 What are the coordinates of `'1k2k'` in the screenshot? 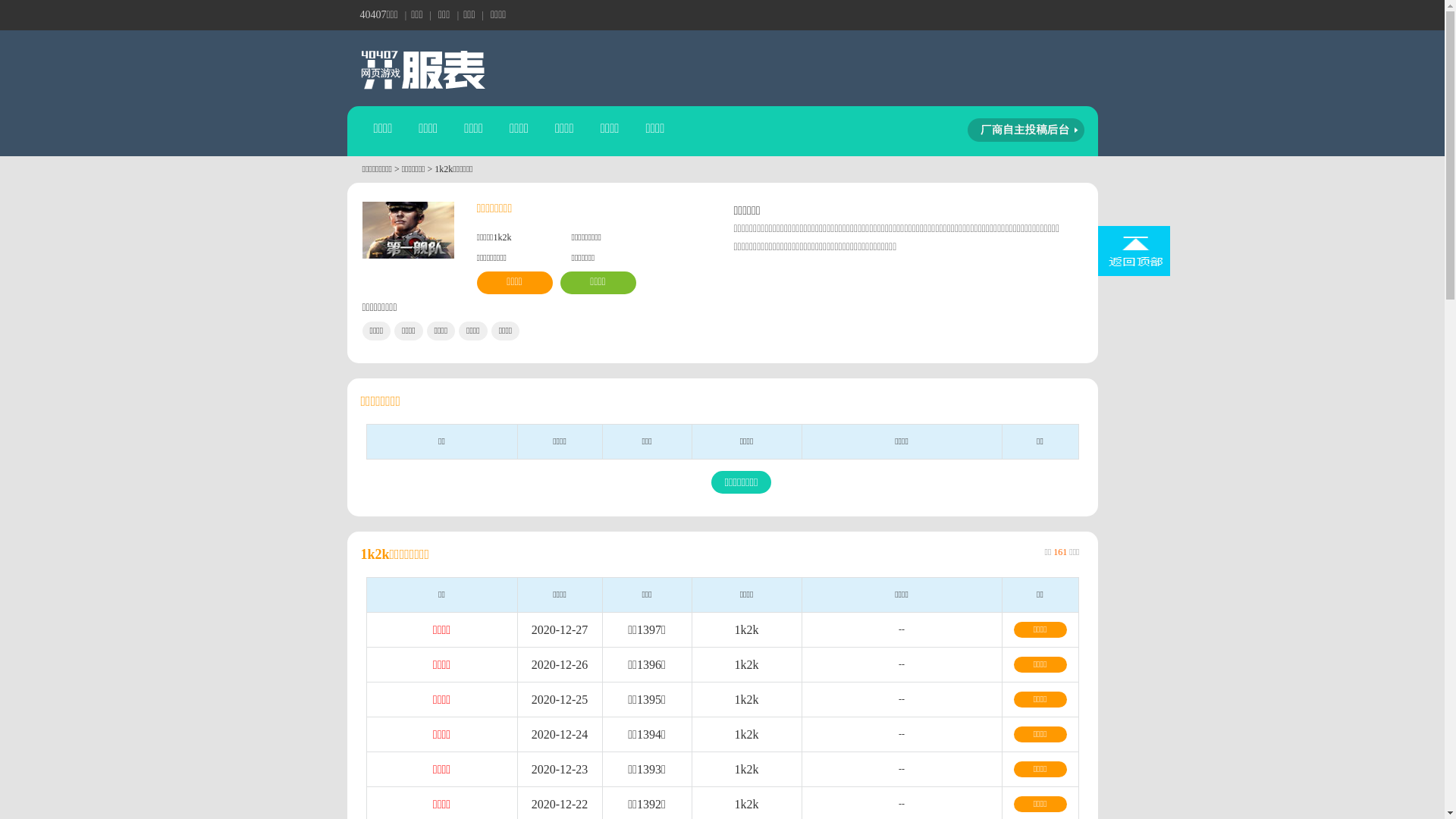 It's located at (745, 629).